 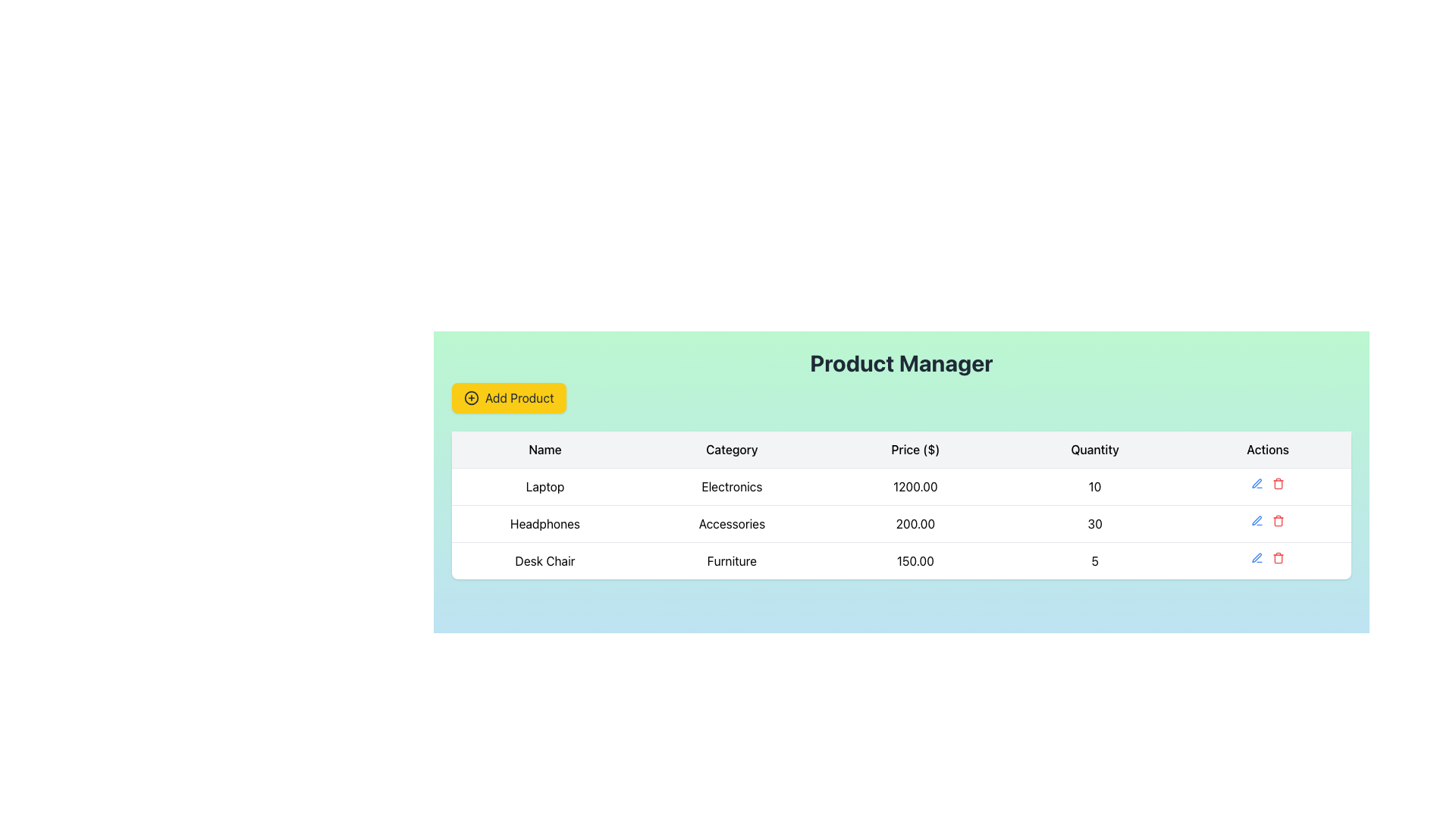 What do you see at coordinates (915, 560) in the screenshot?
I see `the price text '150.00' which is displayed in bold sans-serif font in the third column of the row labeled 'Desk Chair' in the product list` at bounding box center [915, 560].